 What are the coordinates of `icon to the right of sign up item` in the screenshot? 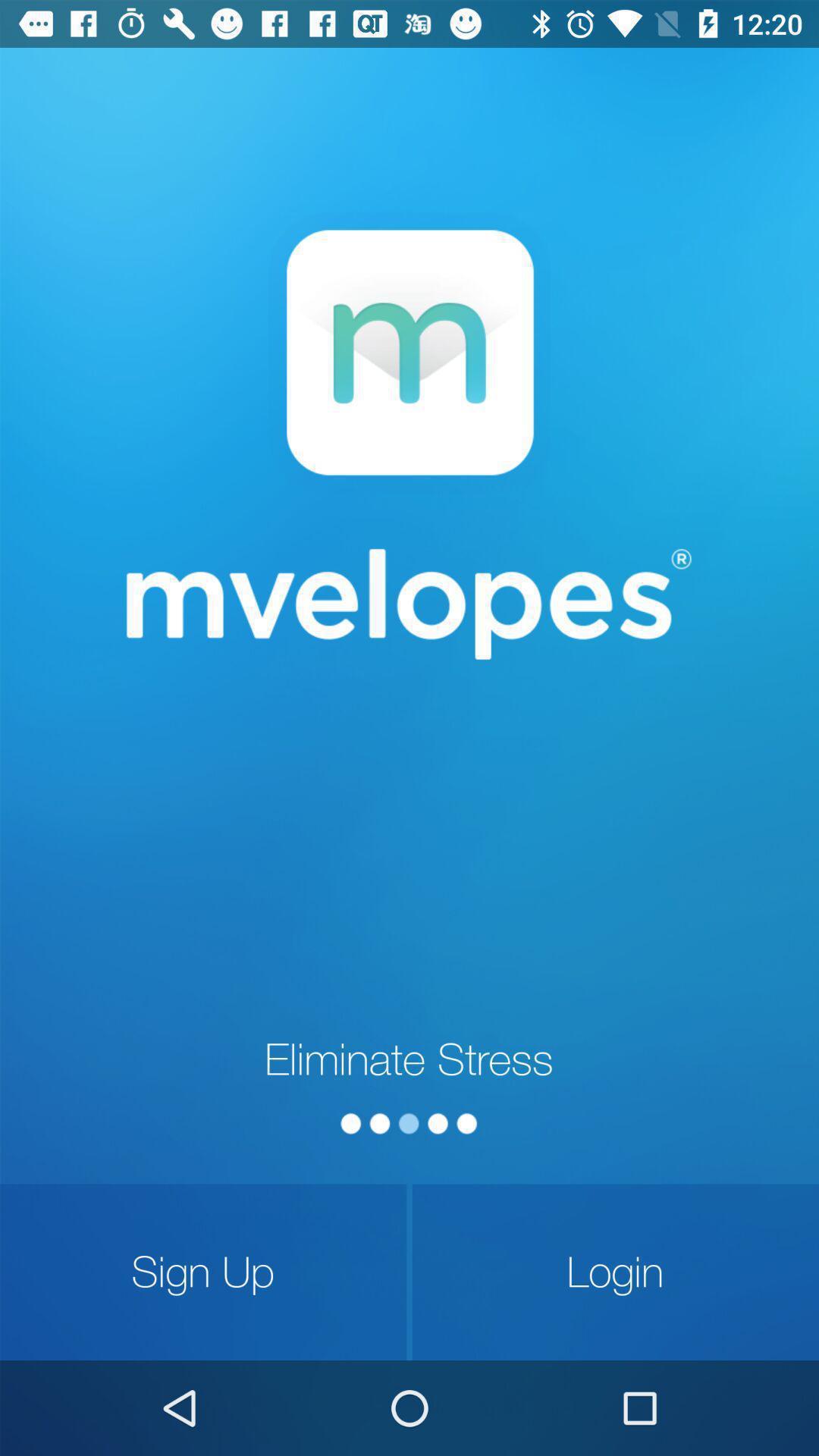 It's located at (615, 1272).